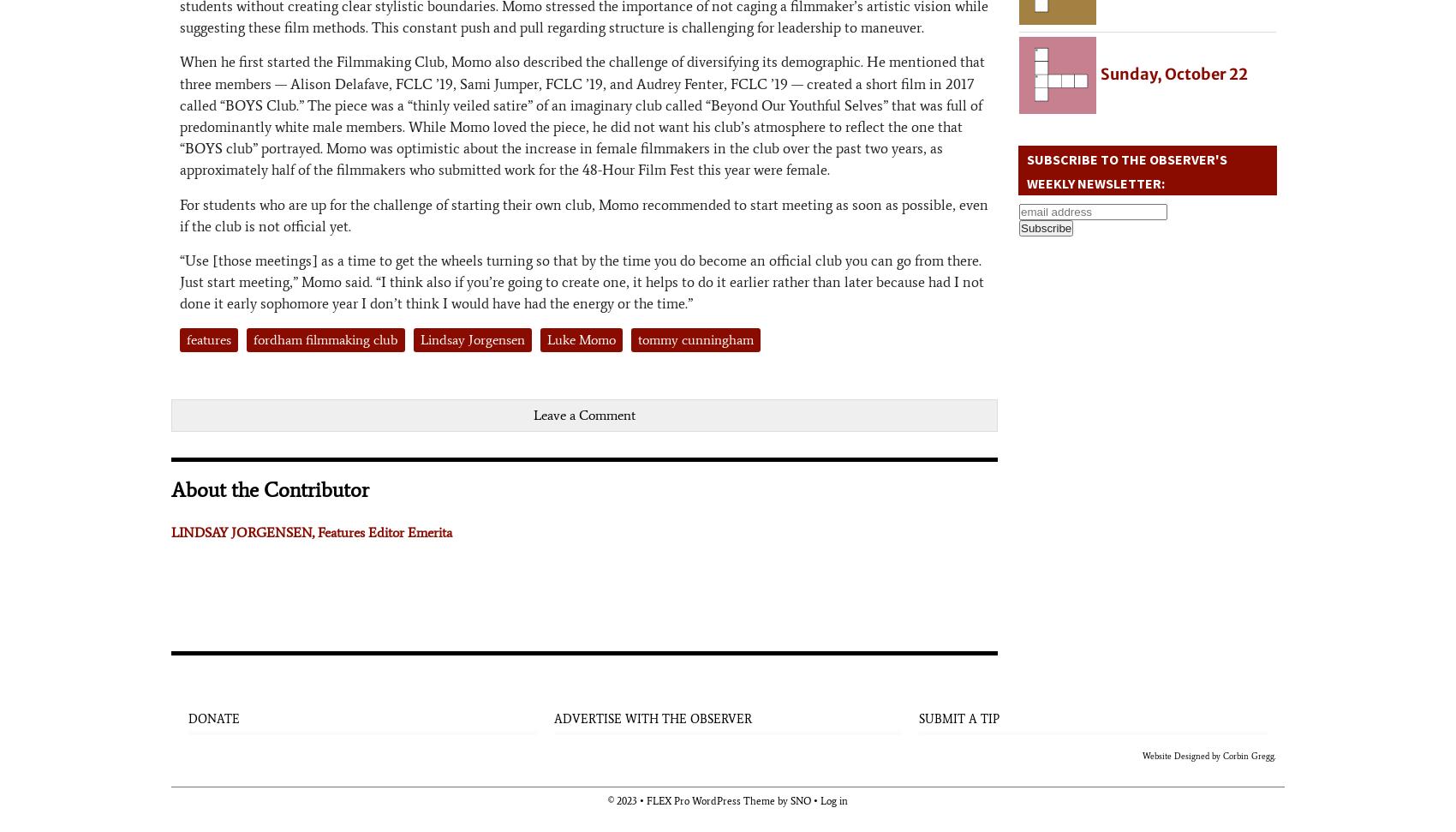 The width and height of the screenshot is (1456, 832). Describe the element at coordinates (627, 799) in the screenshot. I see `'© 2023  •'` at that location.